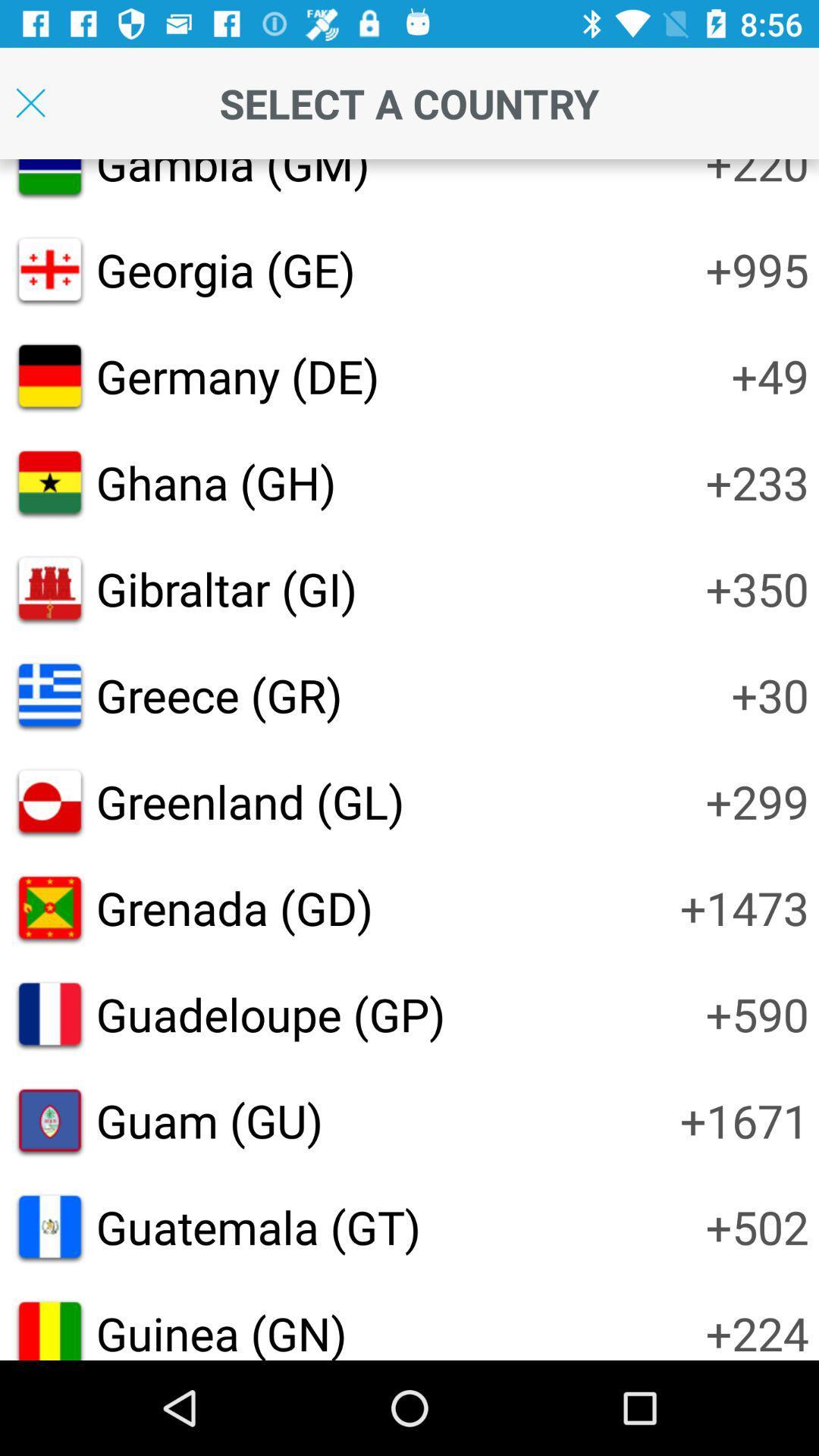  I want to click on the icon to the right of guatemala (gt) item, so click(757, 1226).